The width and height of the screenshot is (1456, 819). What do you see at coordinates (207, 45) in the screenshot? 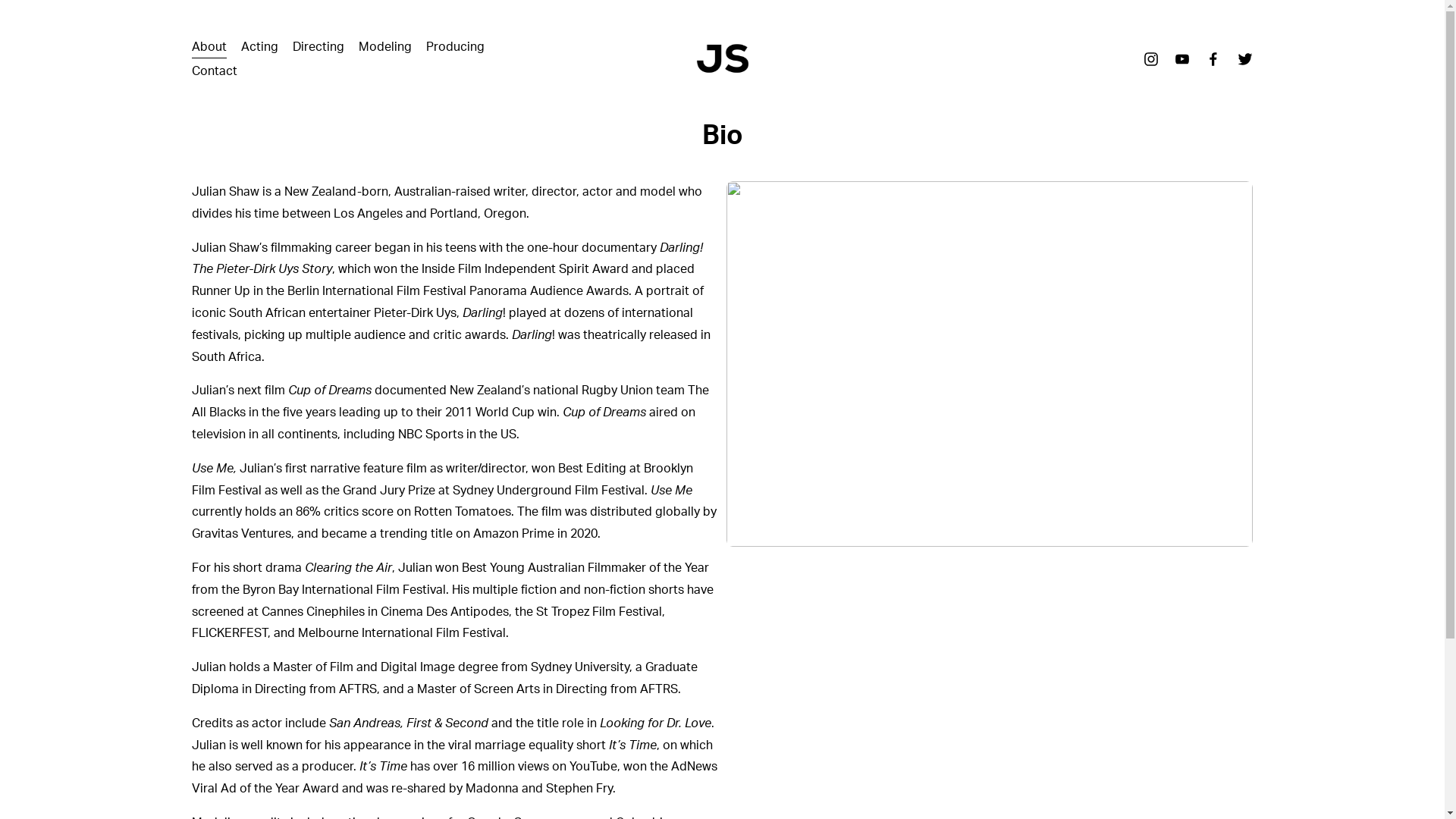
I see `'About'` at bounding box center [207, 45].